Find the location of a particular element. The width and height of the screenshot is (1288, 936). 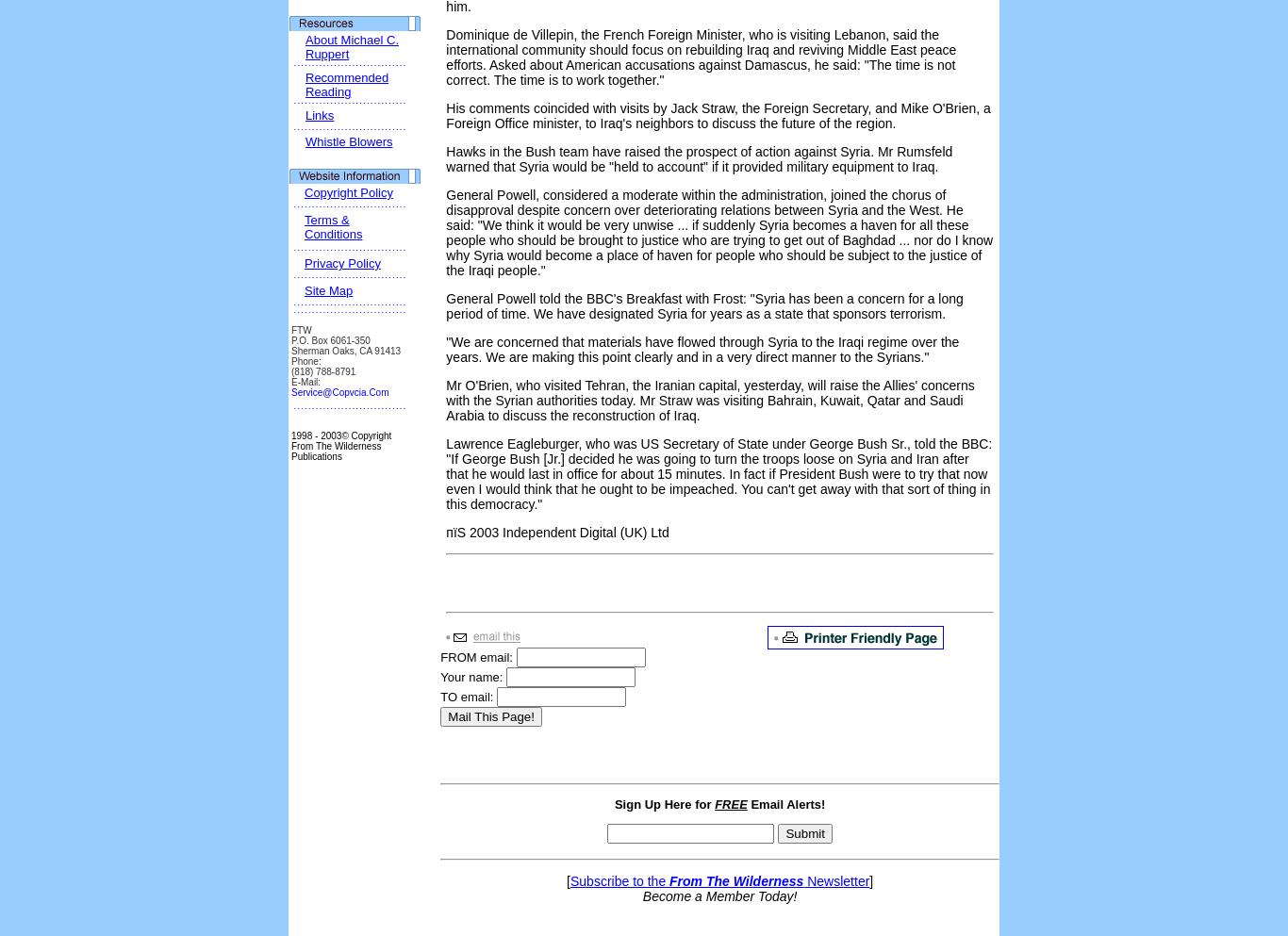

'Email Alerts!' is located at coordinates (784, 803).